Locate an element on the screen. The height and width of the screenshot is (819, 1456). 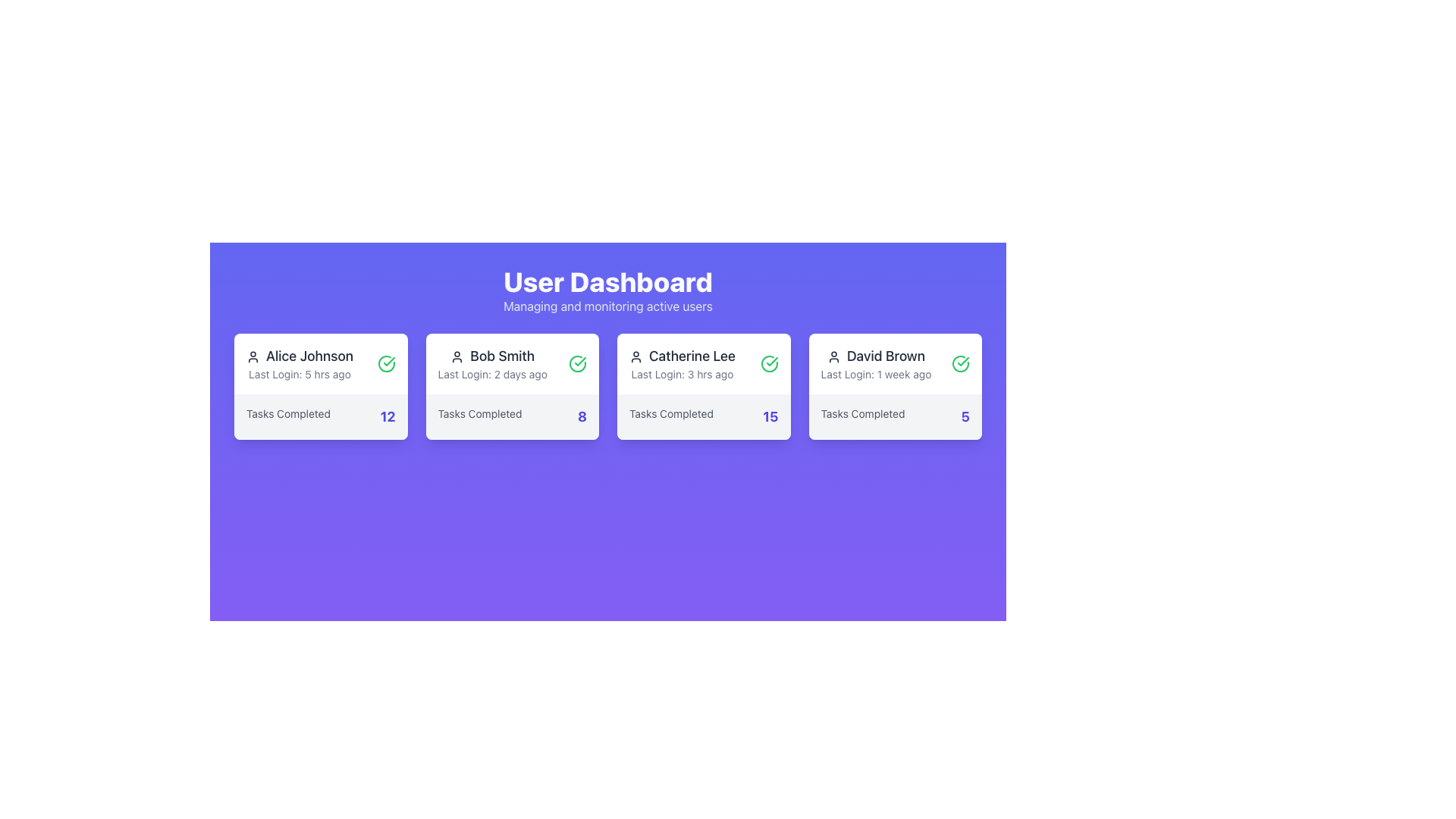
value displayed in the text element showing the number '12' in bold indigo font on the card for 'Alice Johnson' next to 'Tasks Completed' is located at coordinates (388, 417).